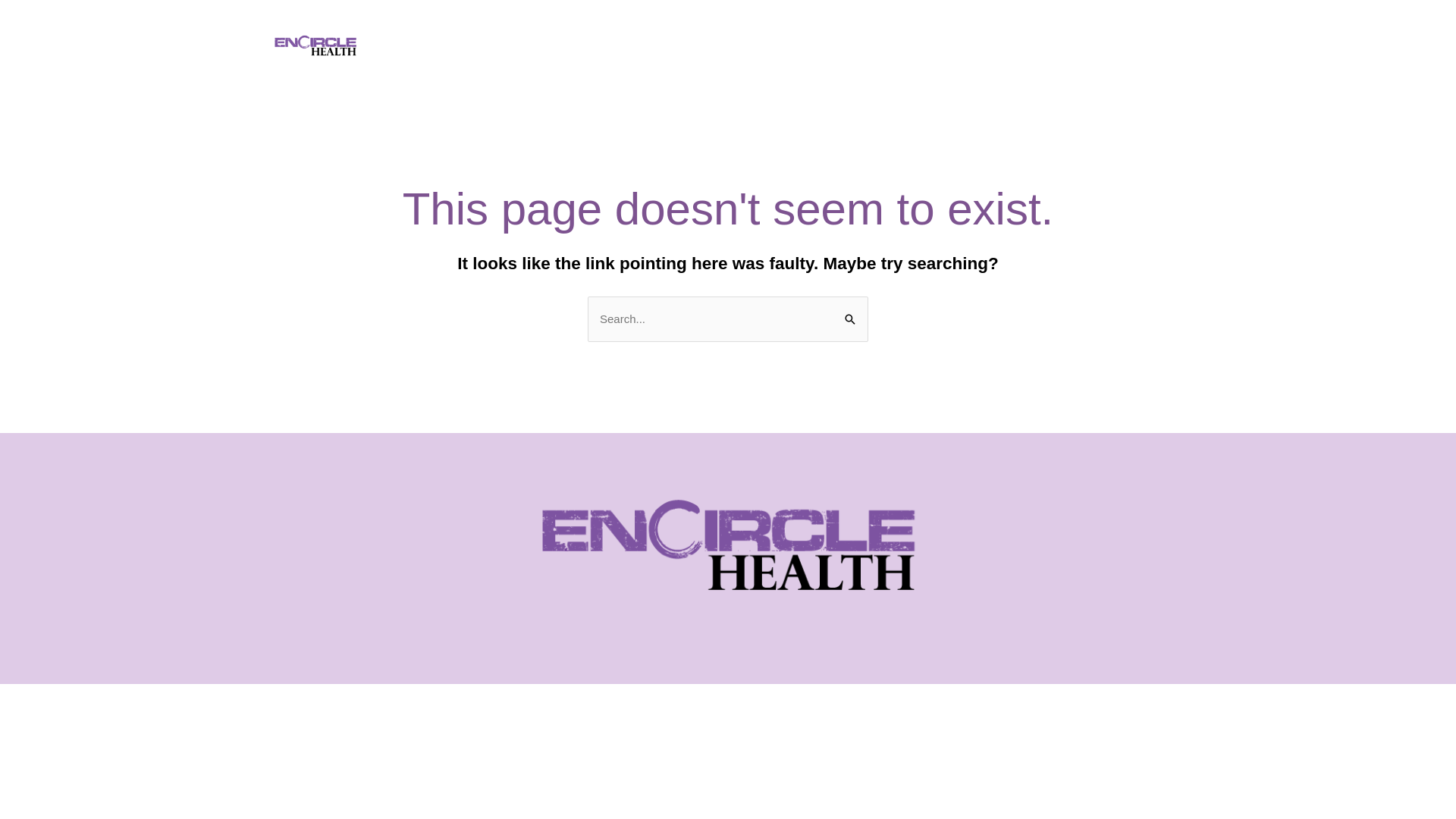 This screenshot has width=1456, height=819. What do you see at coordinates (851, 311) in the screenshot?
I see `'Search'` at bounding box center [851, 311].